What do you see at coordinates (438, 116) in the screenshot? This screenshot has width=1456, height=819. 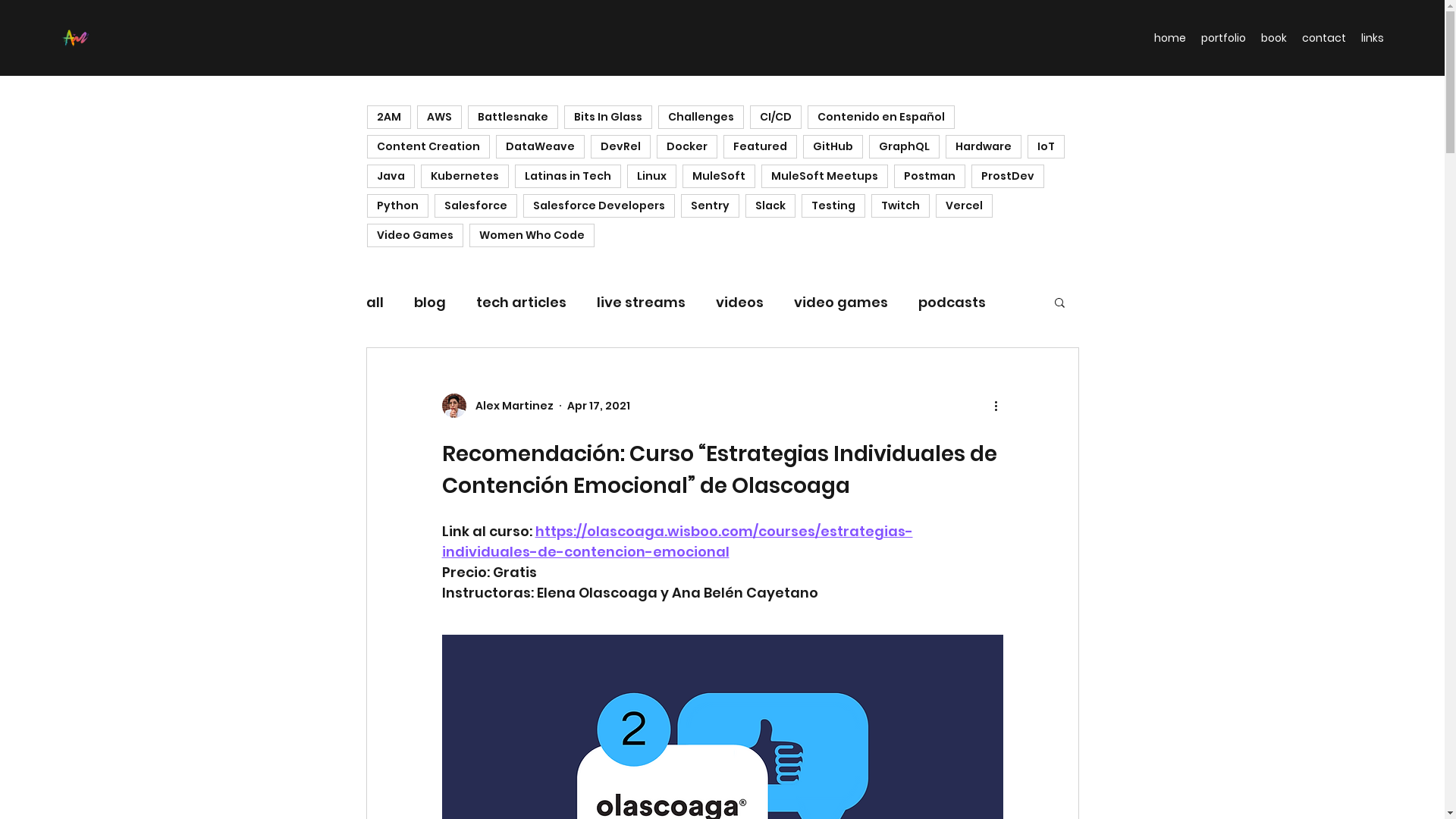 I see `'AWS'` at bounding box center [438, 116].